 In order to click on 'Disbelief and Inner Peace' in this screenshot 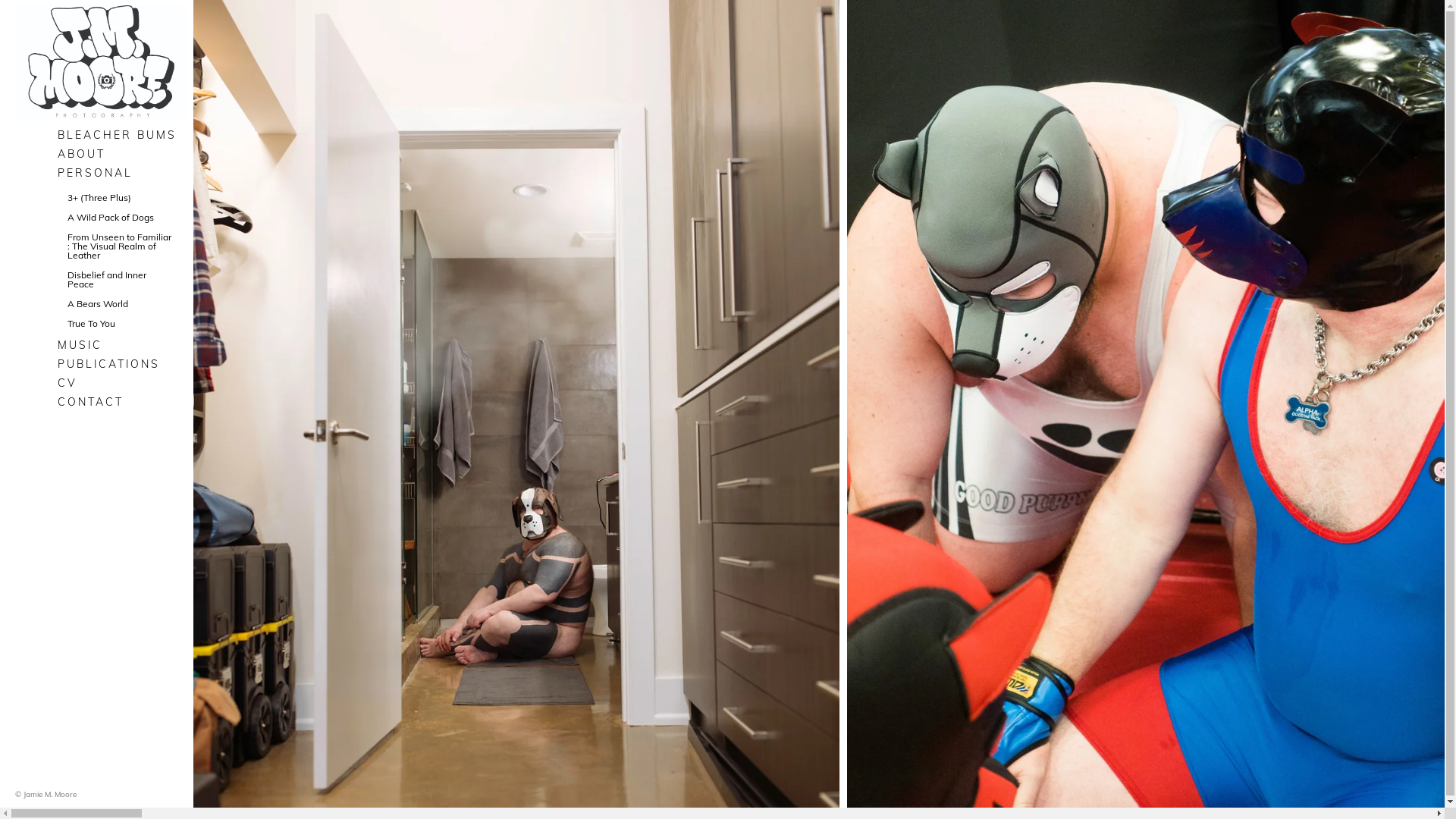, I will do `click(118, 280)`.